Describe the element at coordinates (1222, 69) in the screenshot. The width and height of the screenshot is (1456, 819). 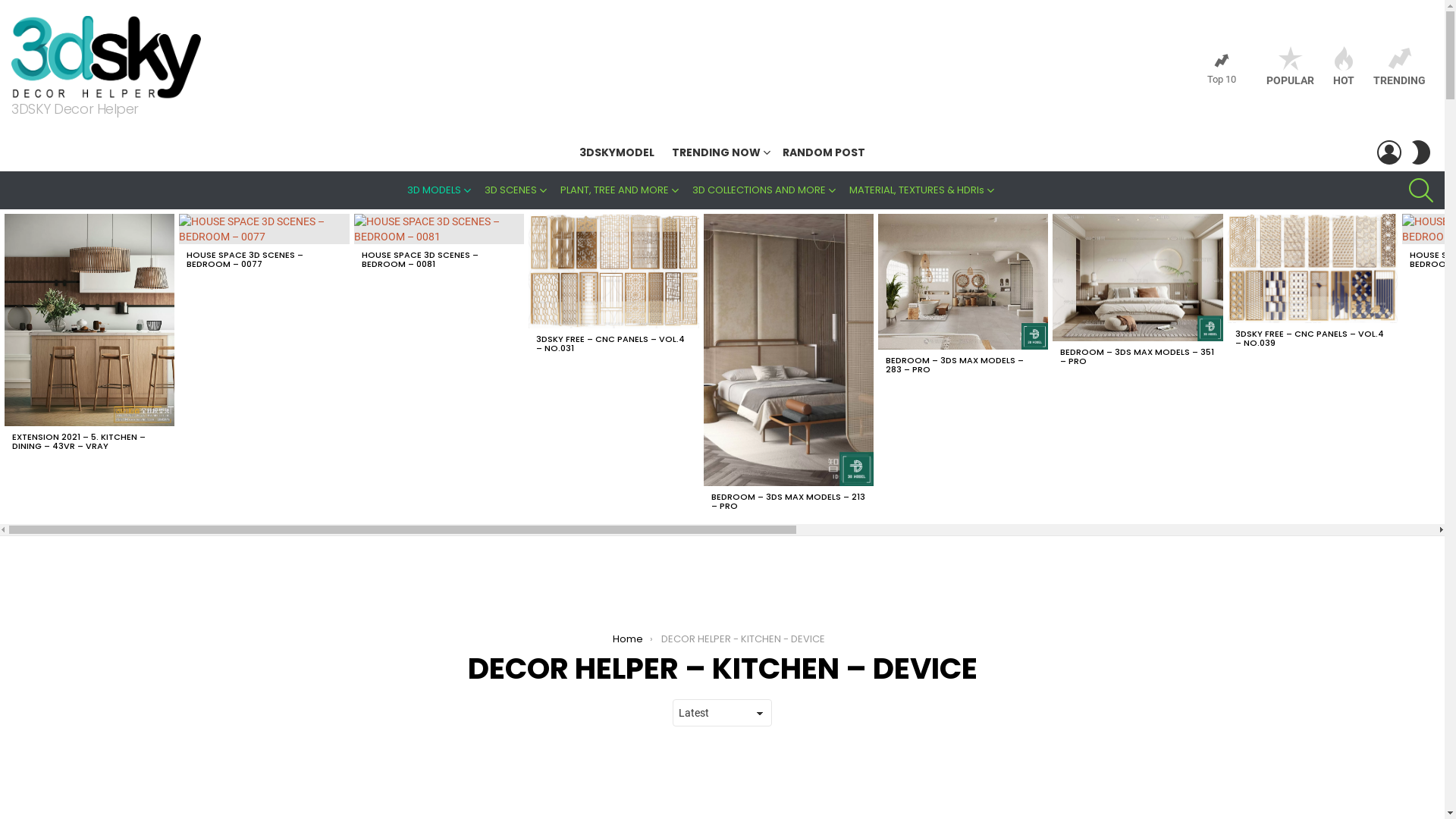
I see `'Top 10'` at that location.